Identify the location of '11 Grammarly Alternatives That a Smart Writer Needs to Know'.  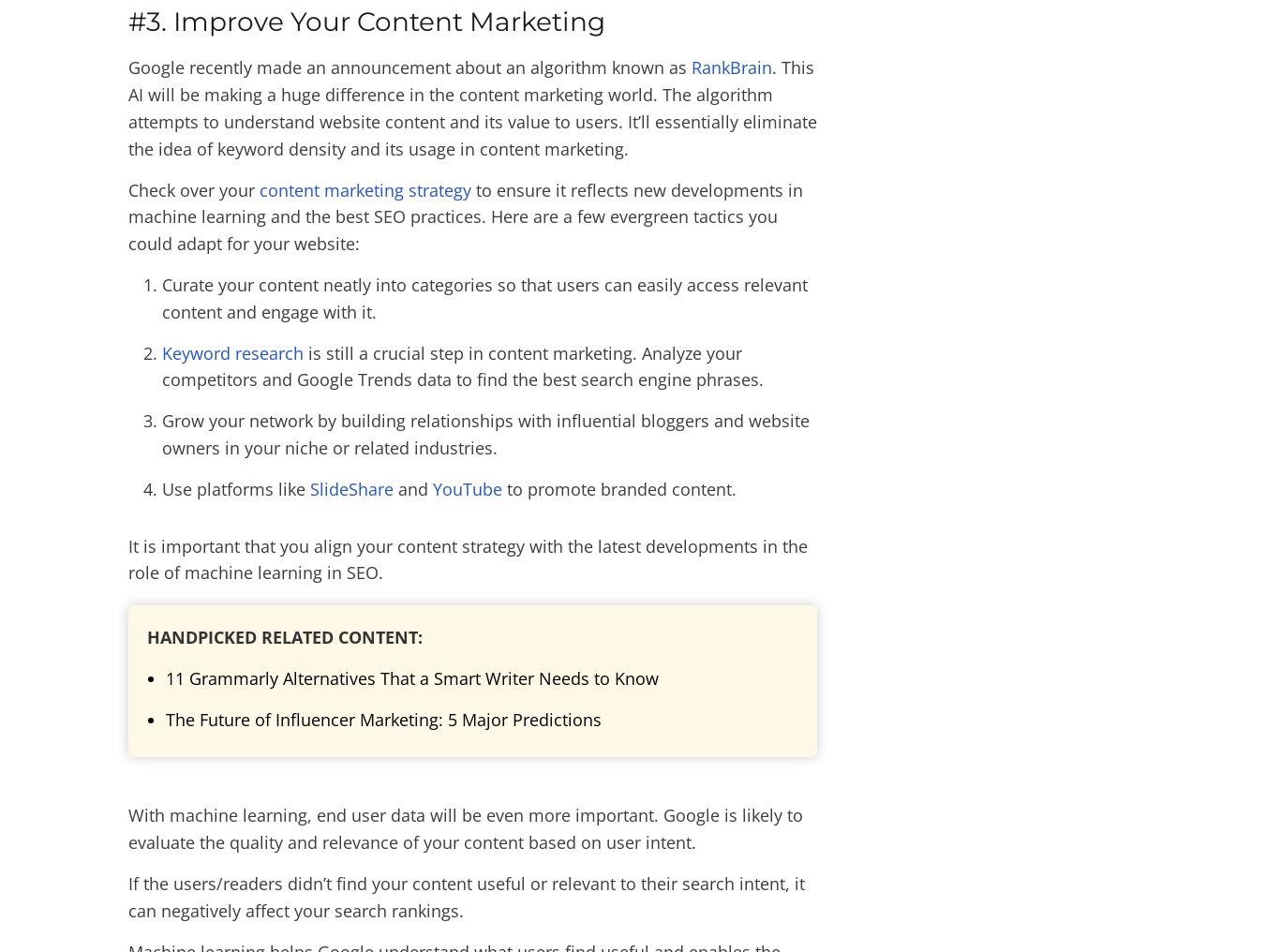
(410, 677).